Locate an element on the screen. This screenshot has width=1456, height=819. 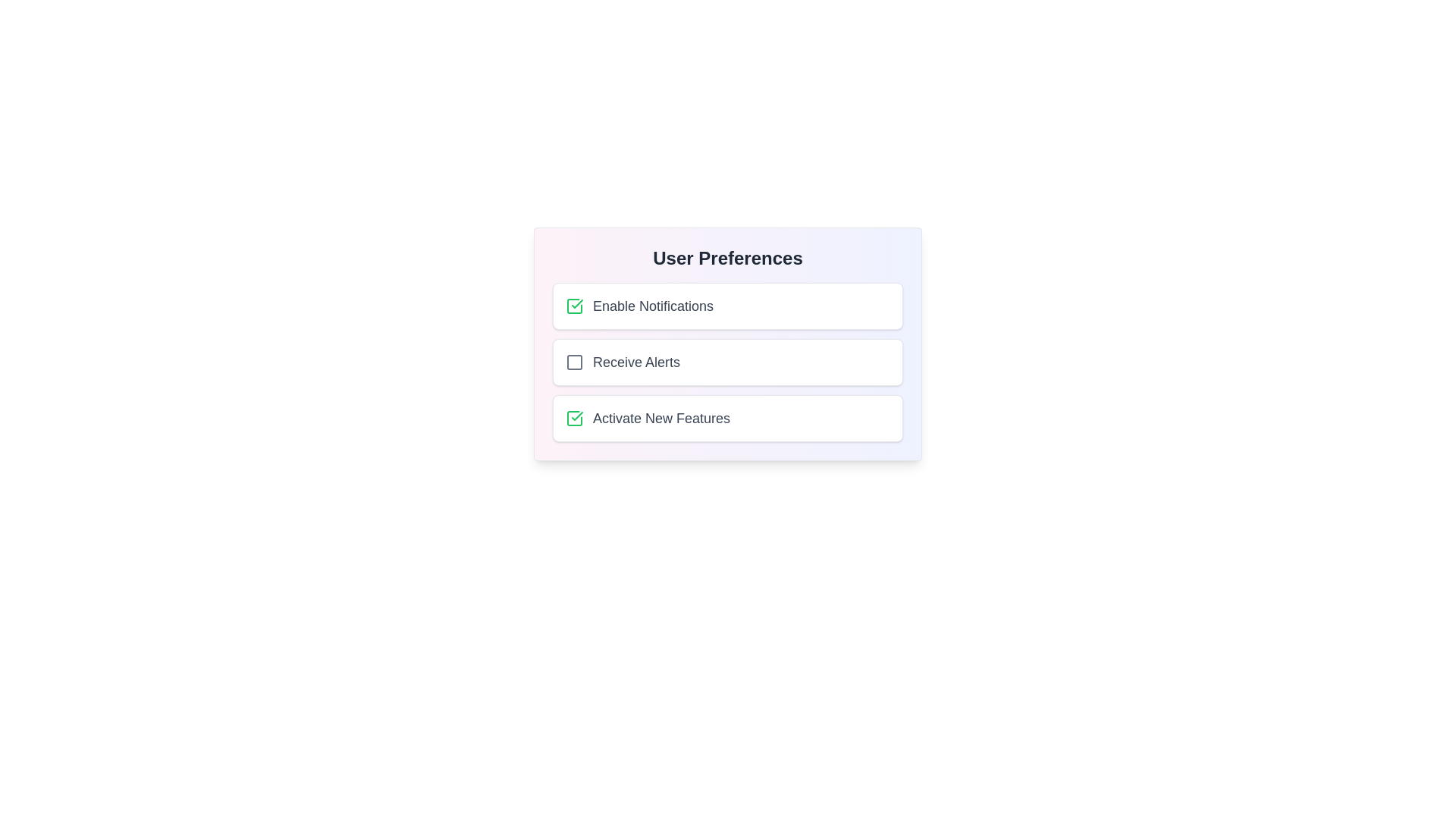
the checkmark icon within the square located under the 'User Preferences' section is located at coordinates (576, 416).